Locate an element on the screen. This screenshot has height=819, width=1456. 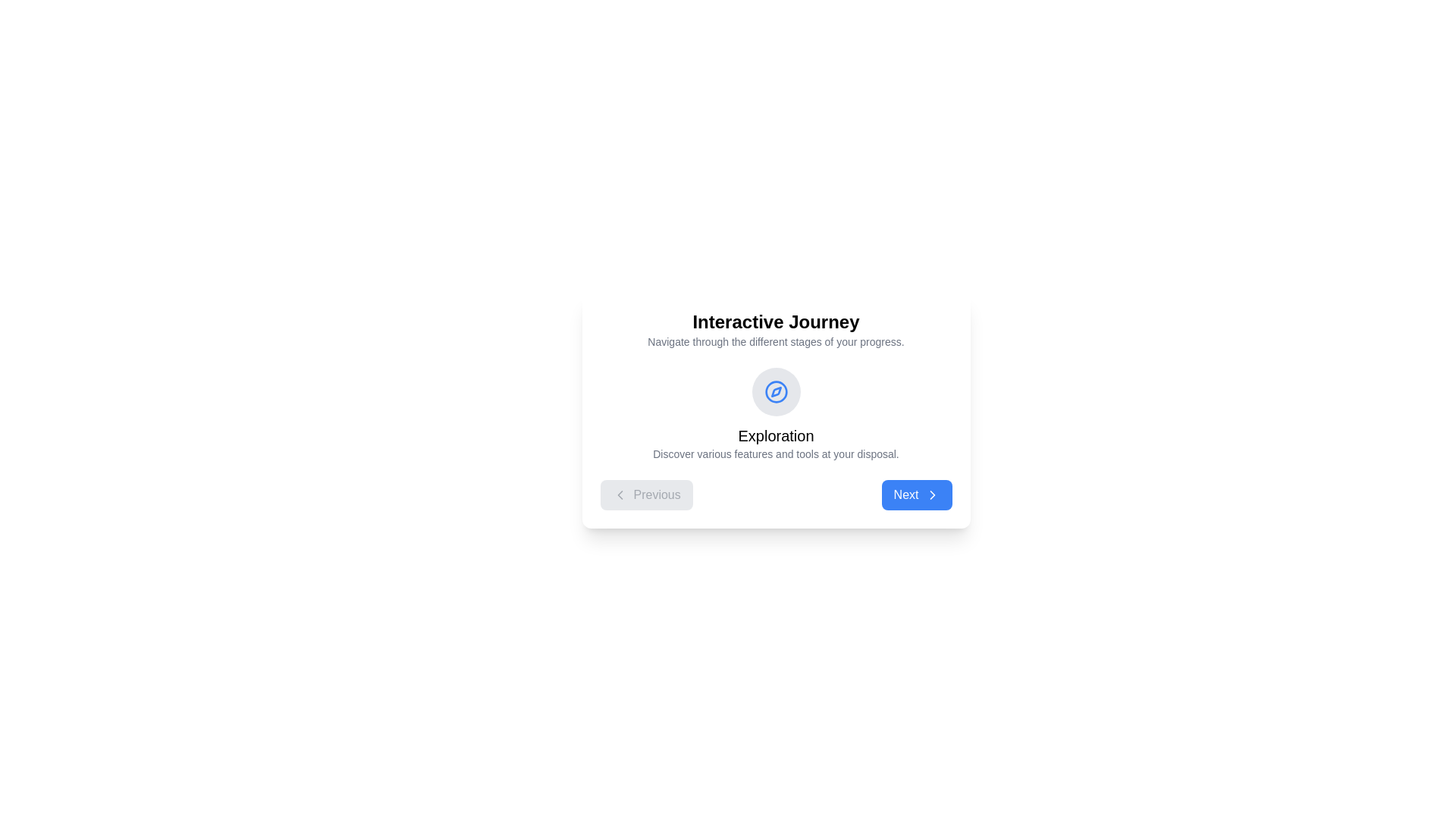
the SVG circle element with a blue border, which is part of a compass icon, located centrally within the compass illustration is located at coordinates (776, 391).